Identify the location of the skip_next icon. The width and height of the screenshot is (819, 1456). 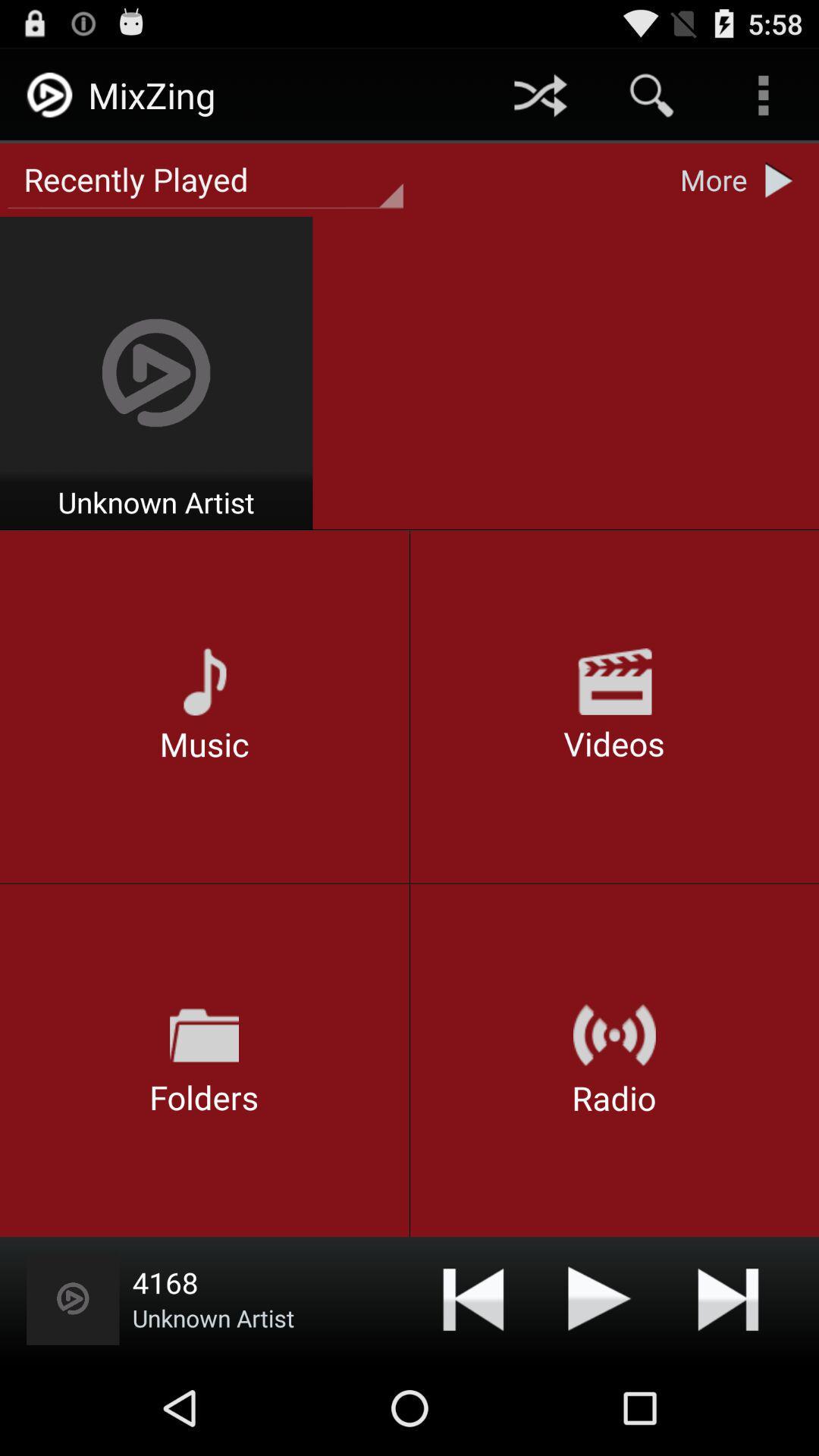
(727, 1389).